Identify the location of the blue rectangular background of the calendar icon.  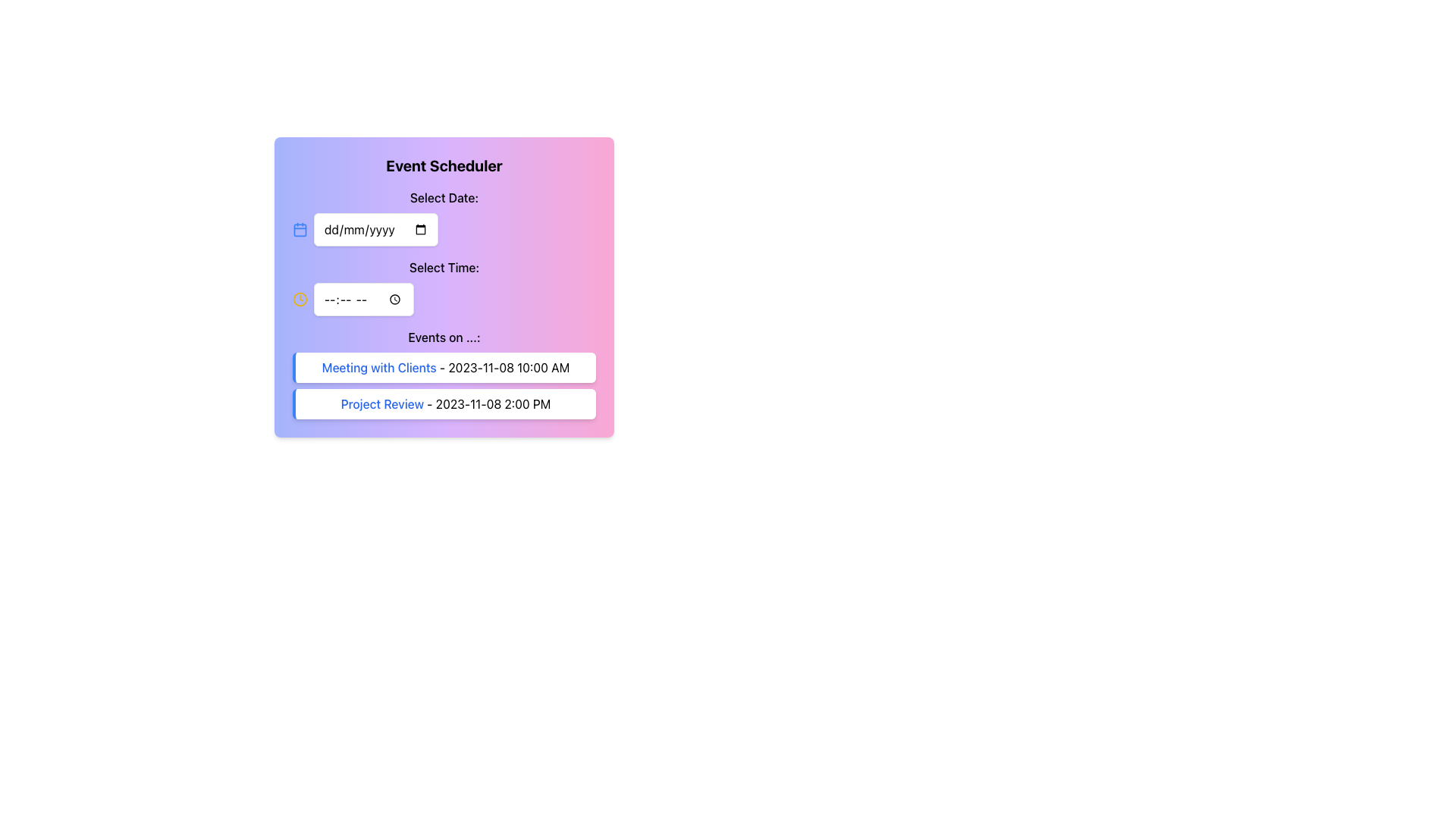
(300, 230).